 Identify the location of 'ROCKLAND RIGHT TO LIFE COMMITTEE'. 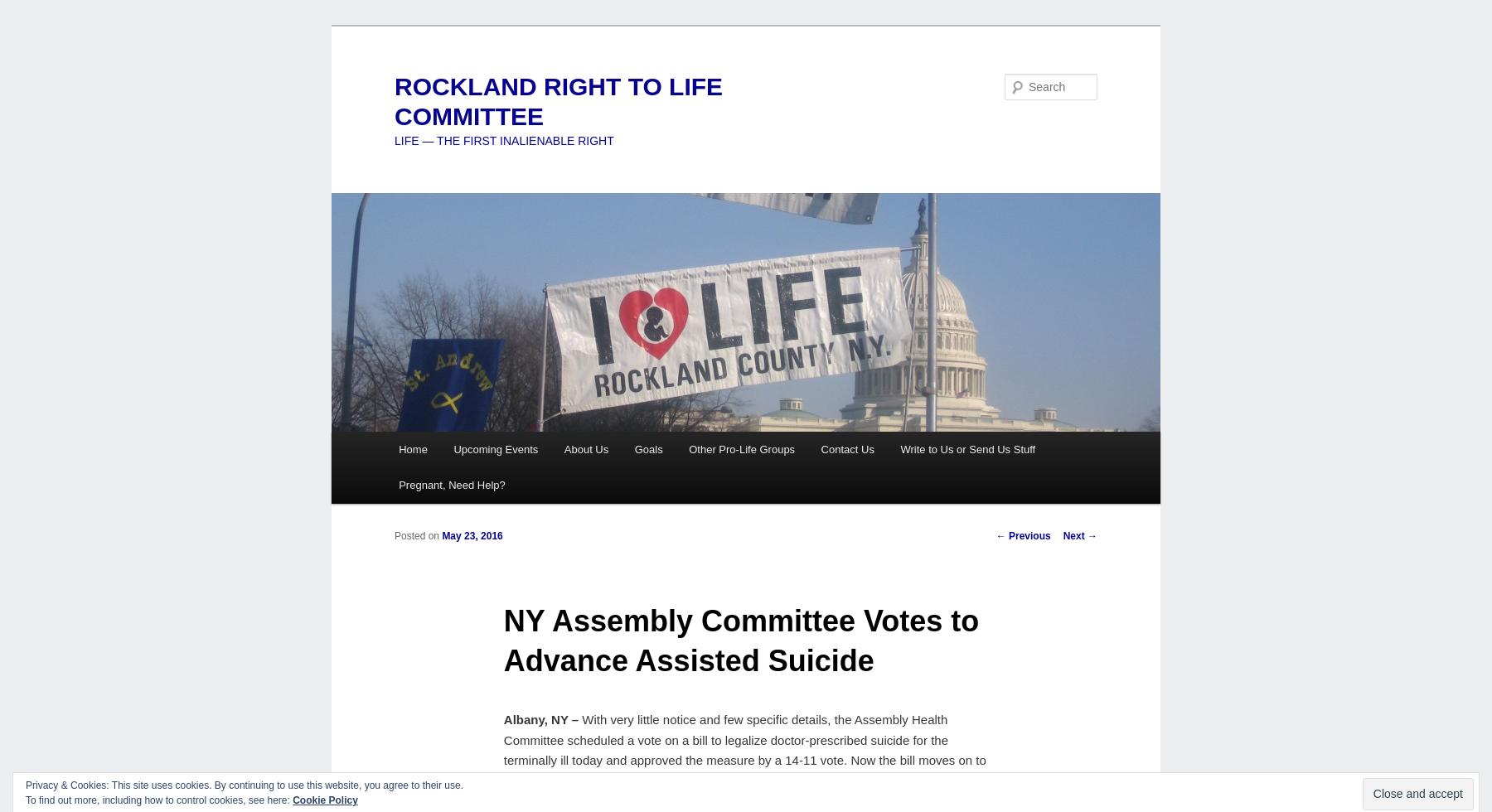
(558, 100).